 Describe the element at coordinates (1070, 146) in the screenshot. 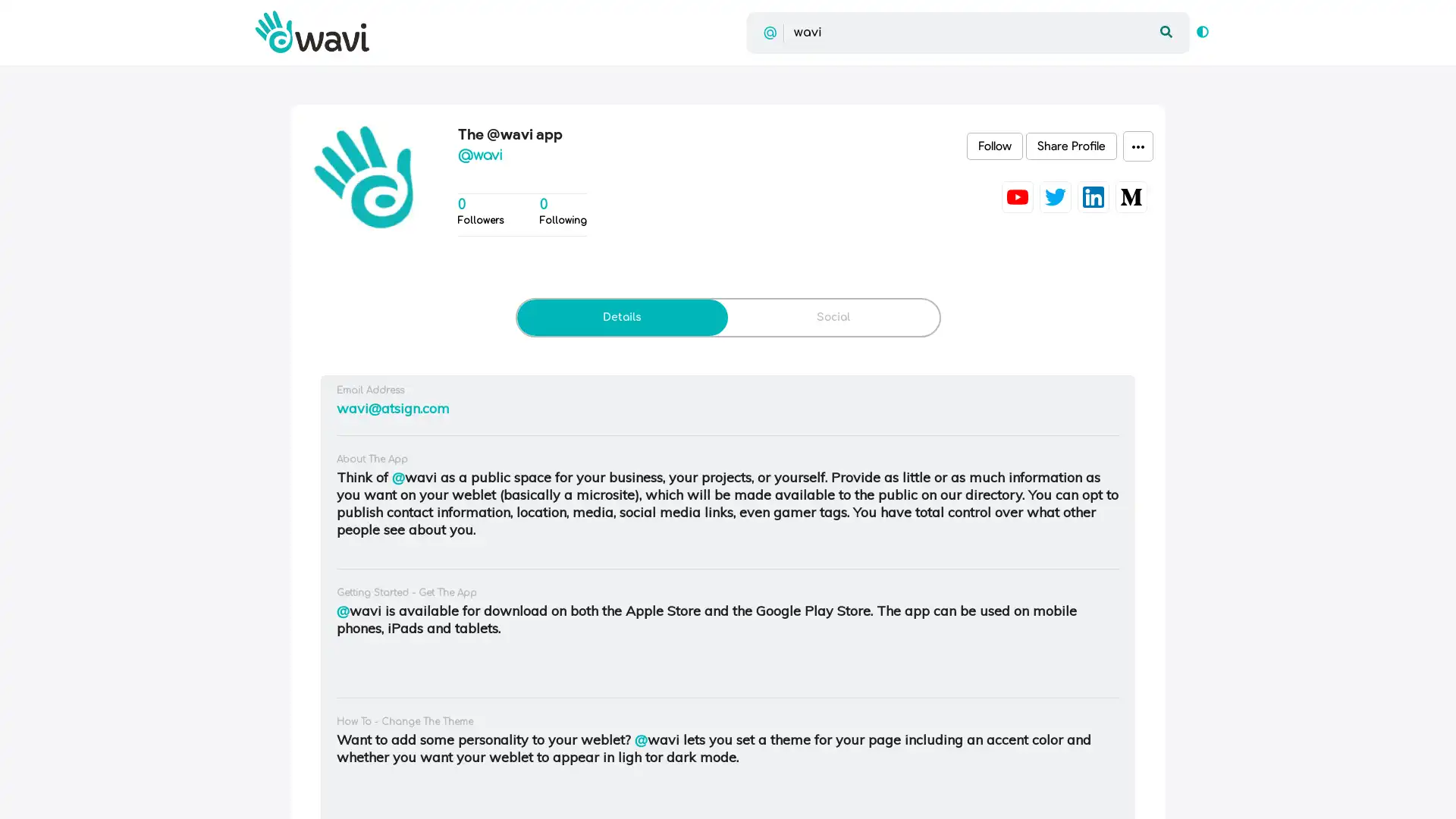

I see `Share Profile` at that location.